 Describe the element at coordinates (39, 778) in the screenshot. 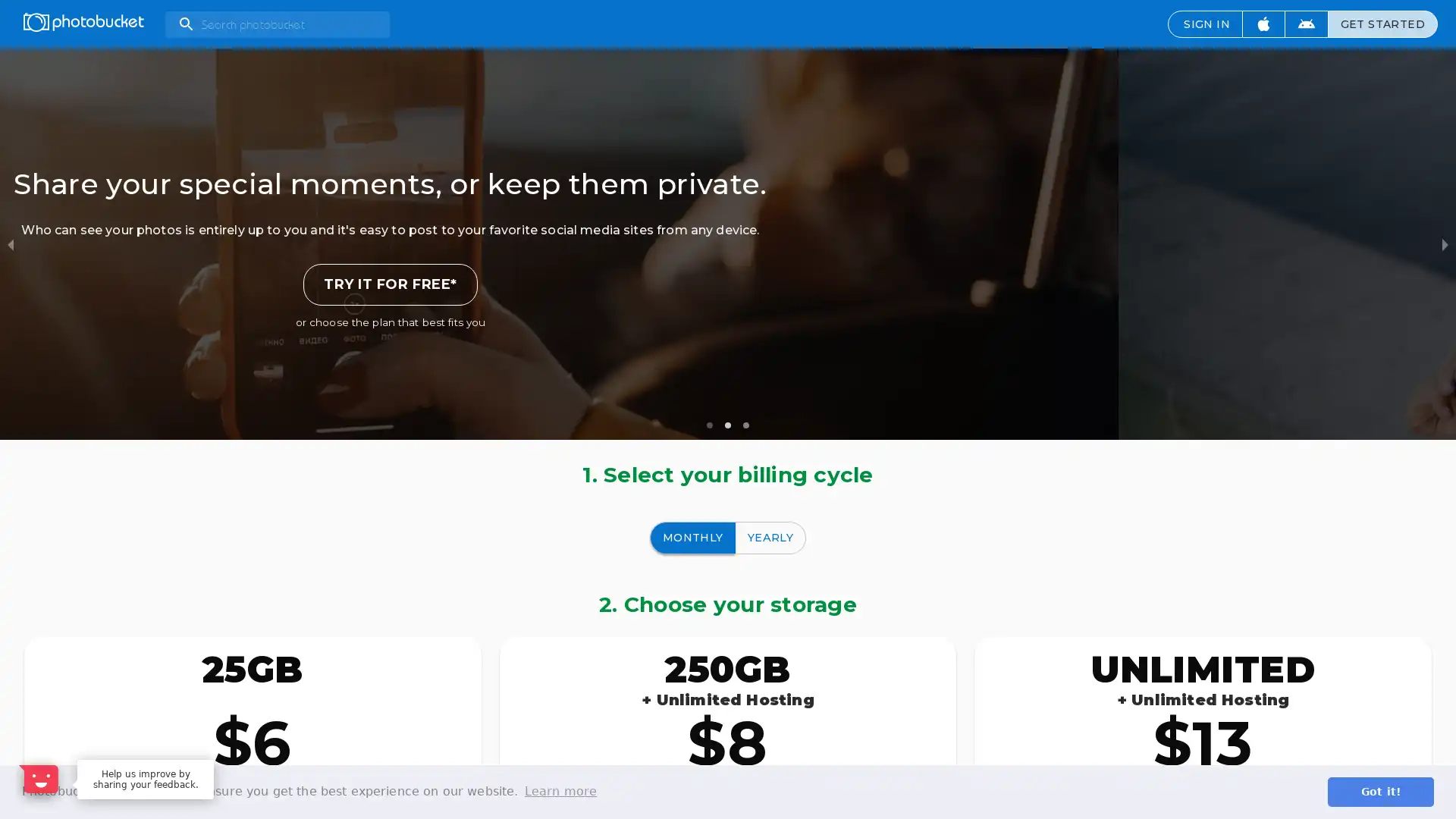

I see `Open` at that location.